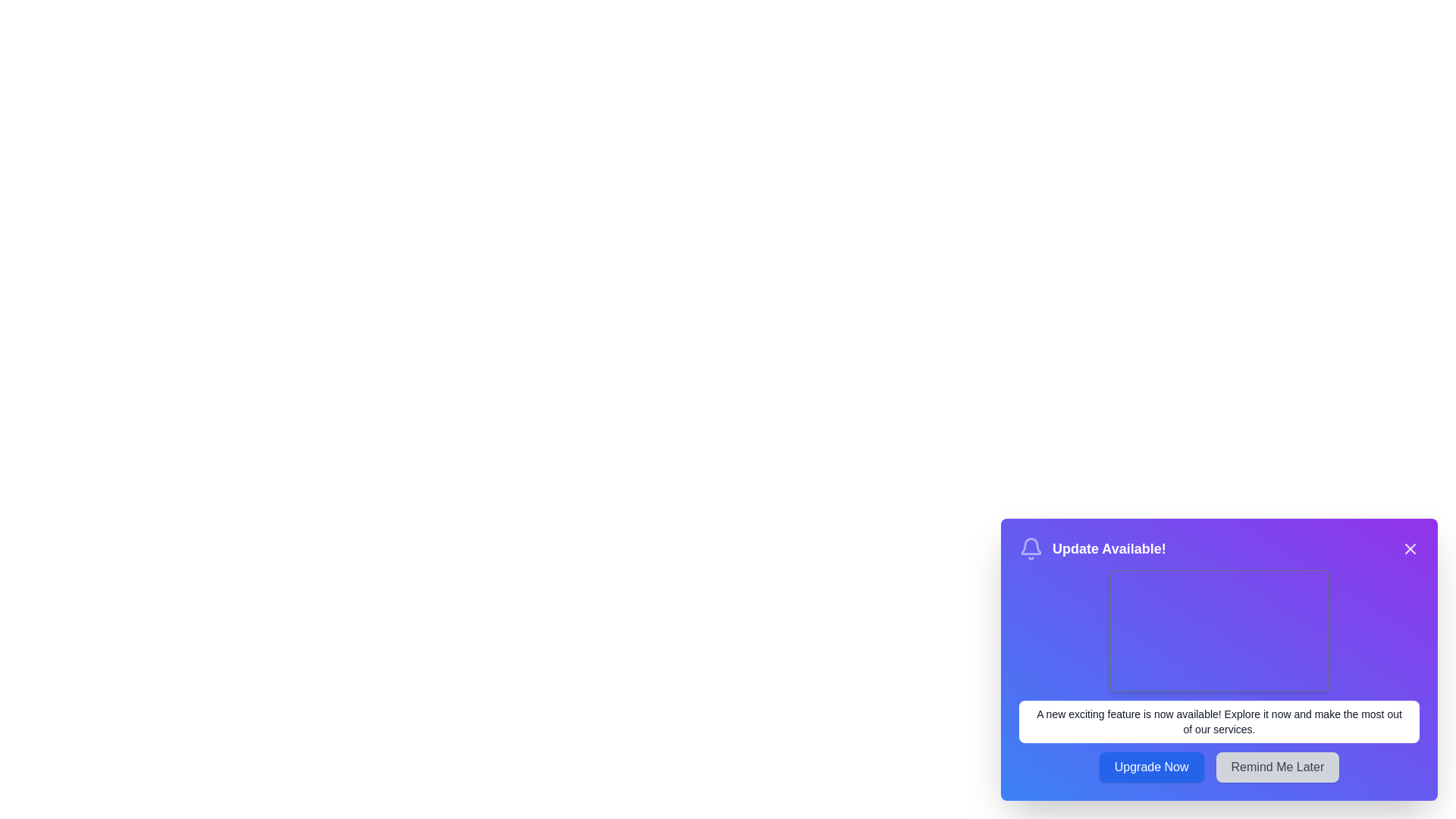 This screenshot has width=1456, height=819. What do you see at coordinates (1151, 767) in the screenshot?
I see `'Upgrade Now' button to proceed with the upgrade` at bounding box center [1151, 767].